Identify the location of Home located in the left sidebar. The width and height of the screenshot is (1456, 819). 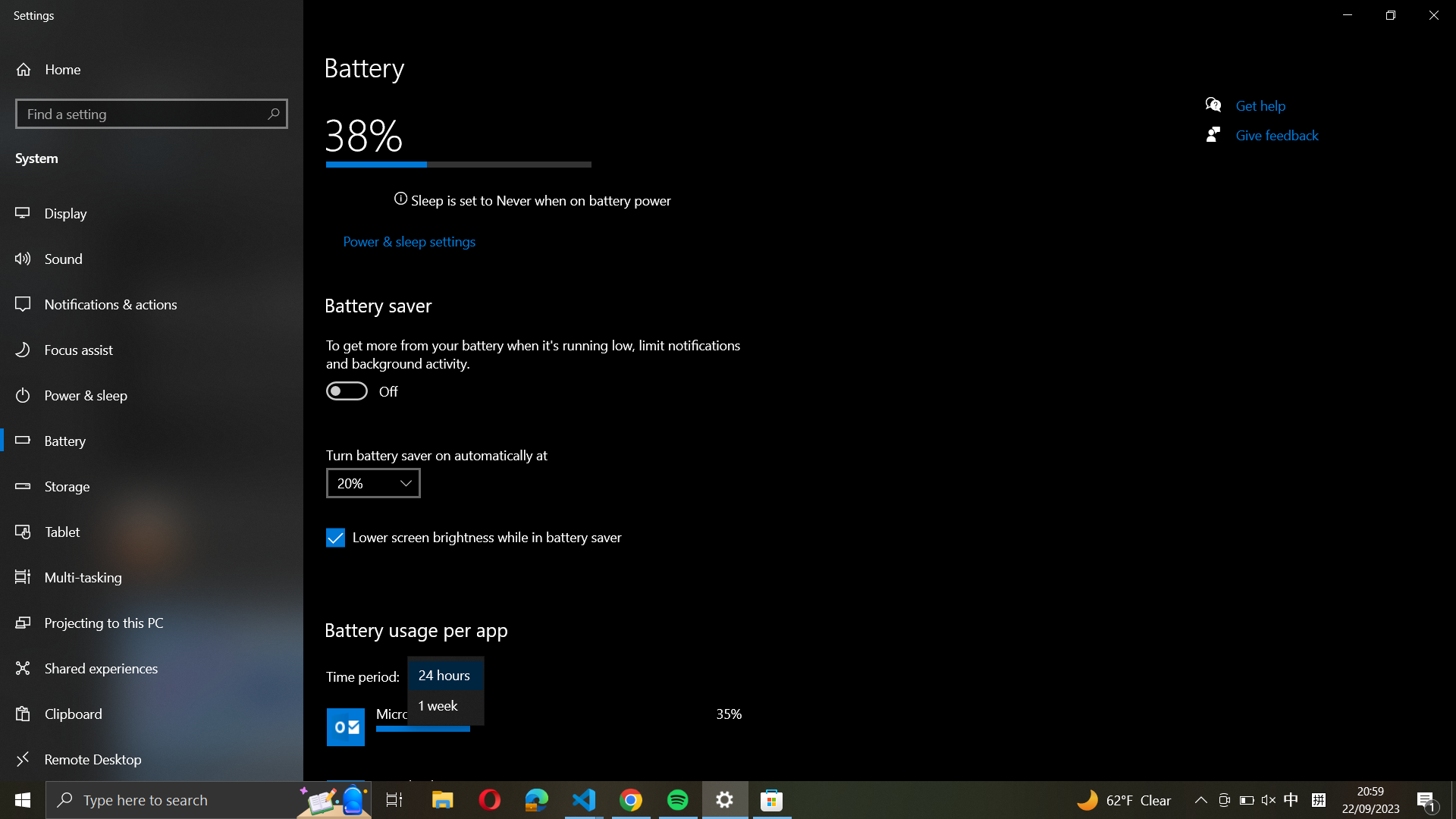
(73, 69).